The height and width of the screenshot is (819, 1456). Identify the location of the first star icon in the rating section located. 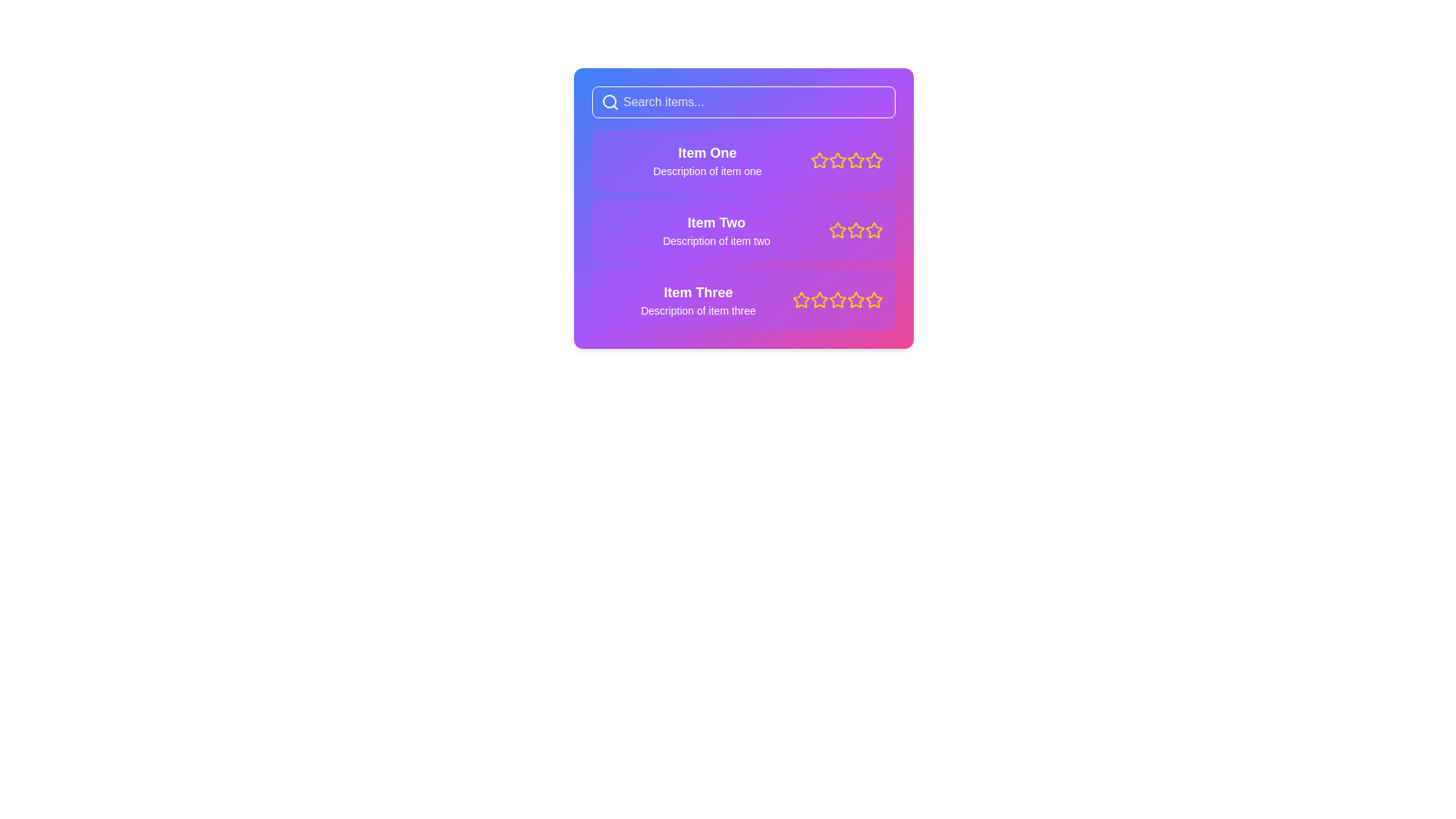
(818, 160).